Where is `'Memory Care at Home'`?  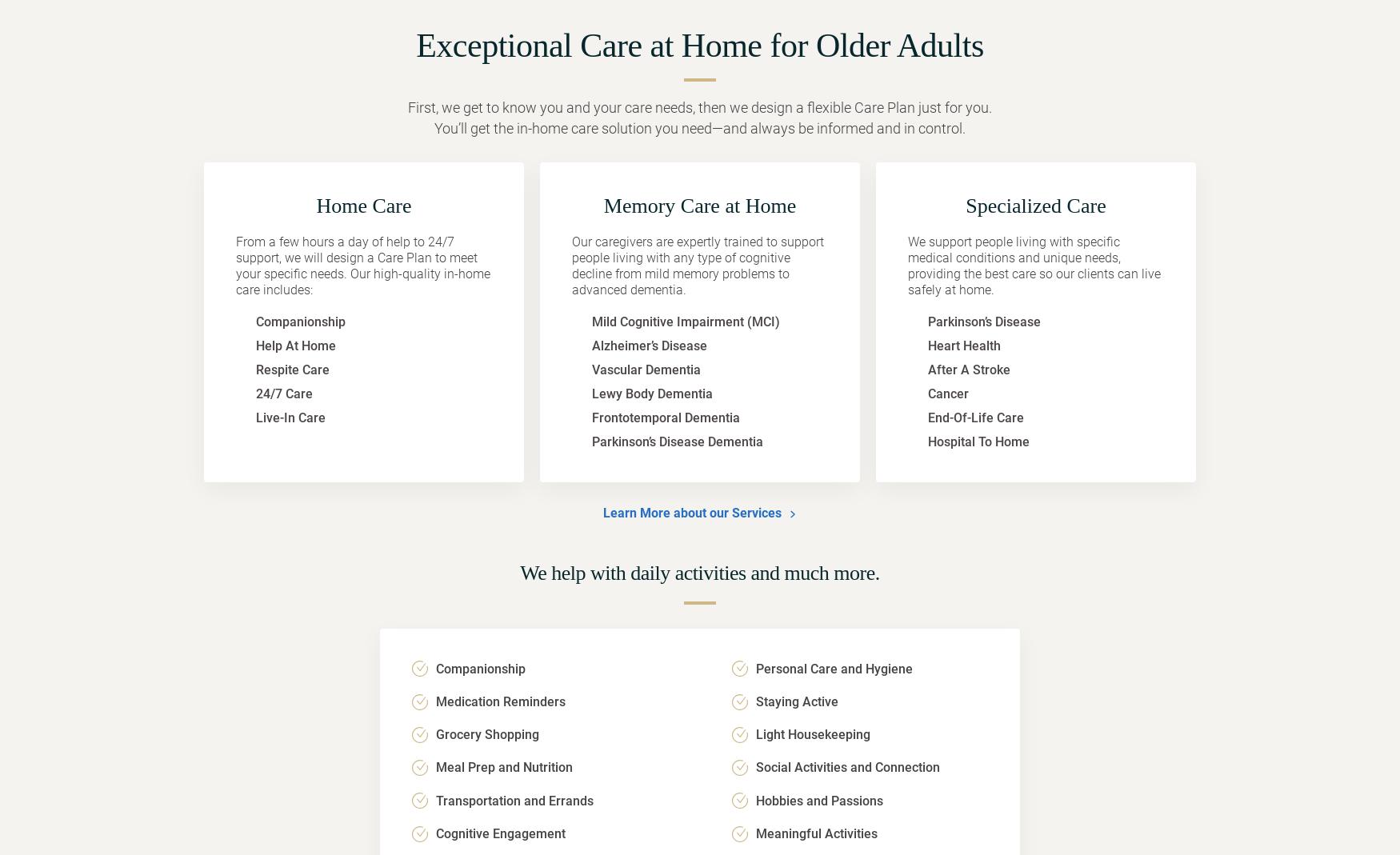
'Memory Care at Home' is located at coordinates (699, 205).